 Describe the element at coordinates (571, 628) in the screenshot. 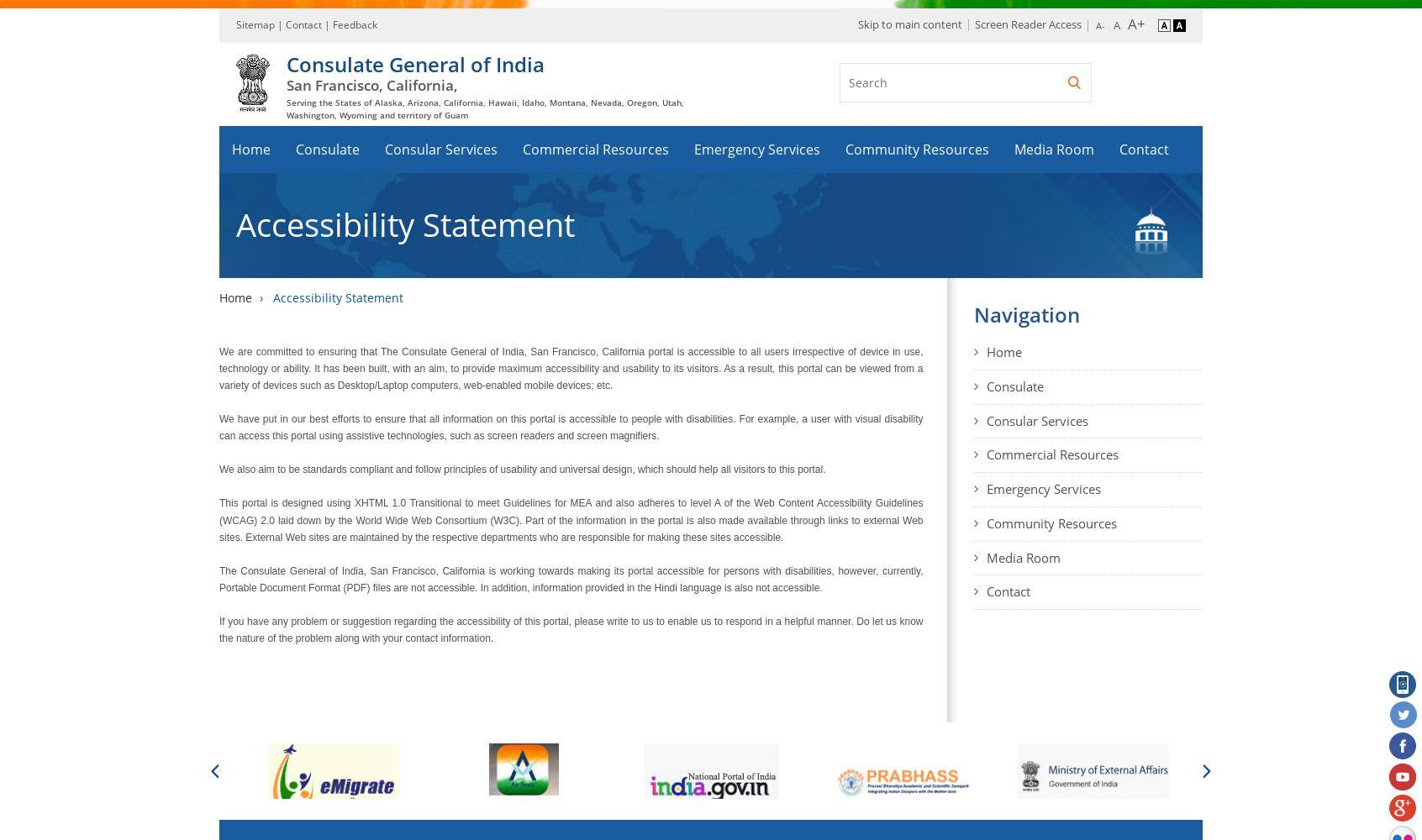

I see `'If you have any problem or suggestion regarding the accessibility of this portal, please write to us to enable us to respond in a helpful manner. Do let us know the nature of the problem along with your contact information.'` at that location.